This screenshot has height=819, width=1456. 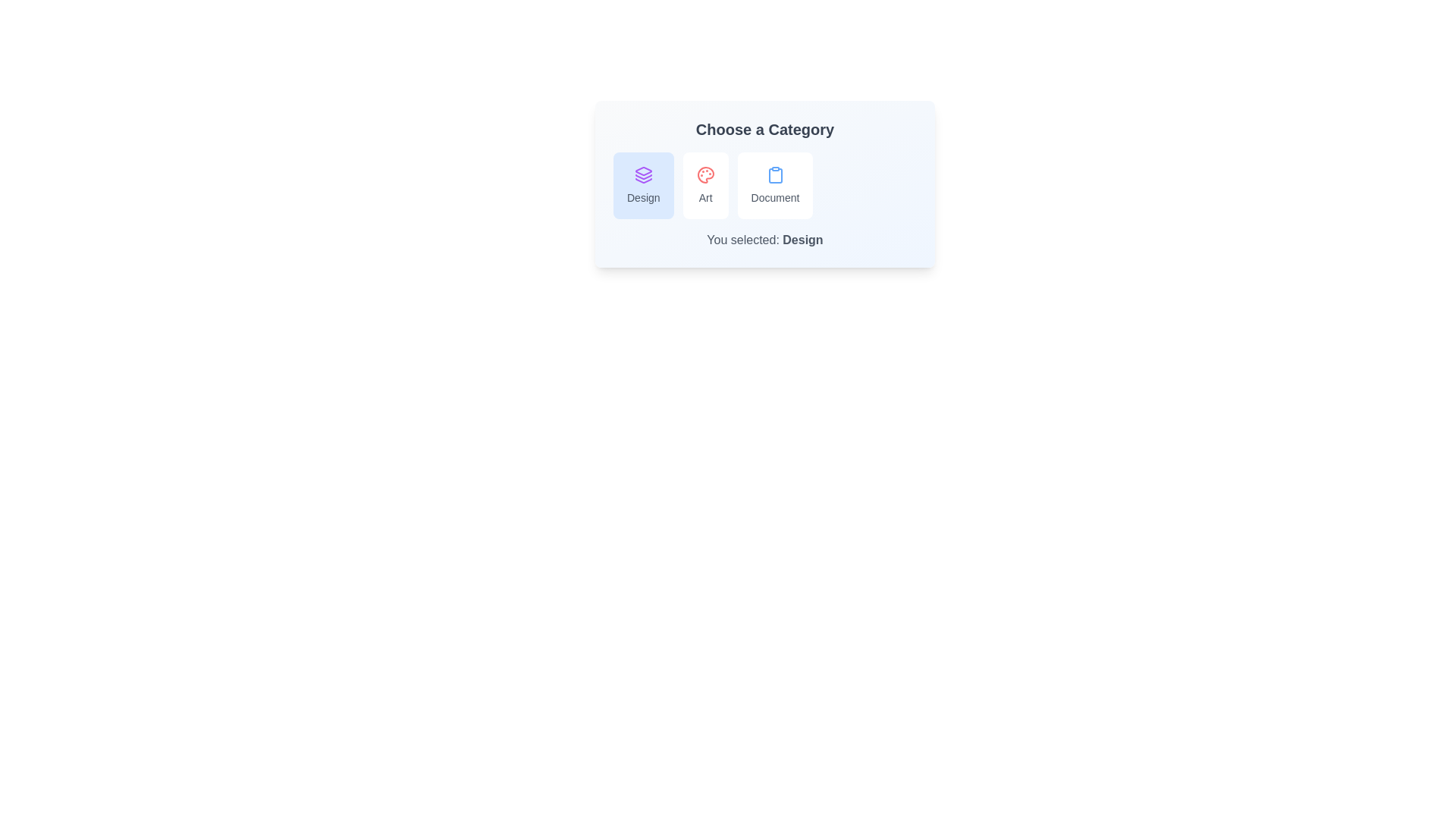 I want to click on the Design chip to observe its hover effect, so click(x=643, y=185).